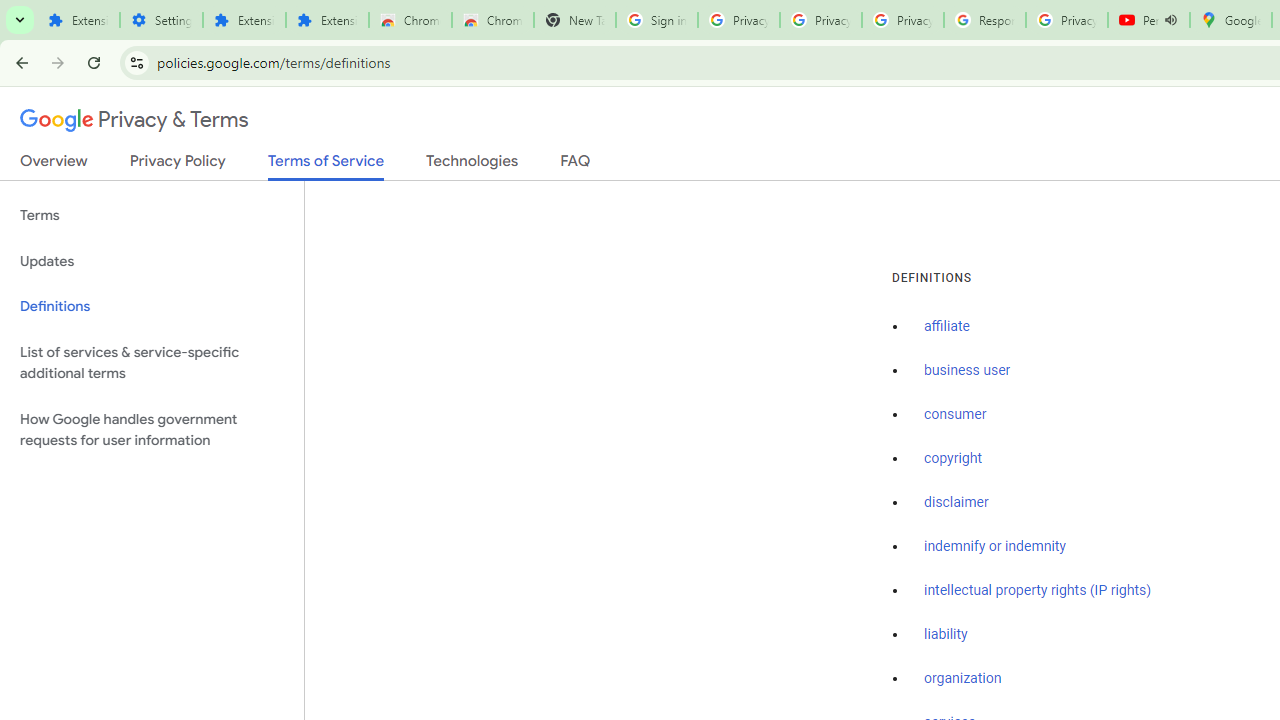  What do you see at coordinates (955, 501) in the screenshot?
I see `'disclaimer'` at bounding box center [955, 501].